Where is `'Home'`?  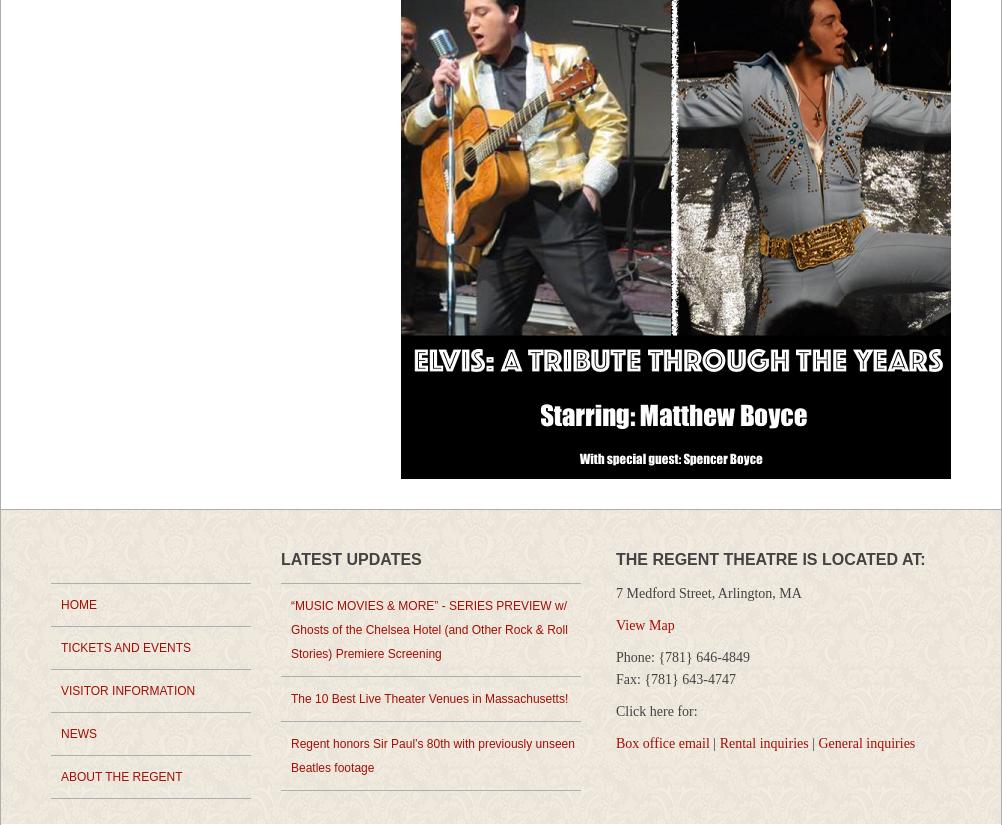 'Home' is located at coordinates (78, 604).